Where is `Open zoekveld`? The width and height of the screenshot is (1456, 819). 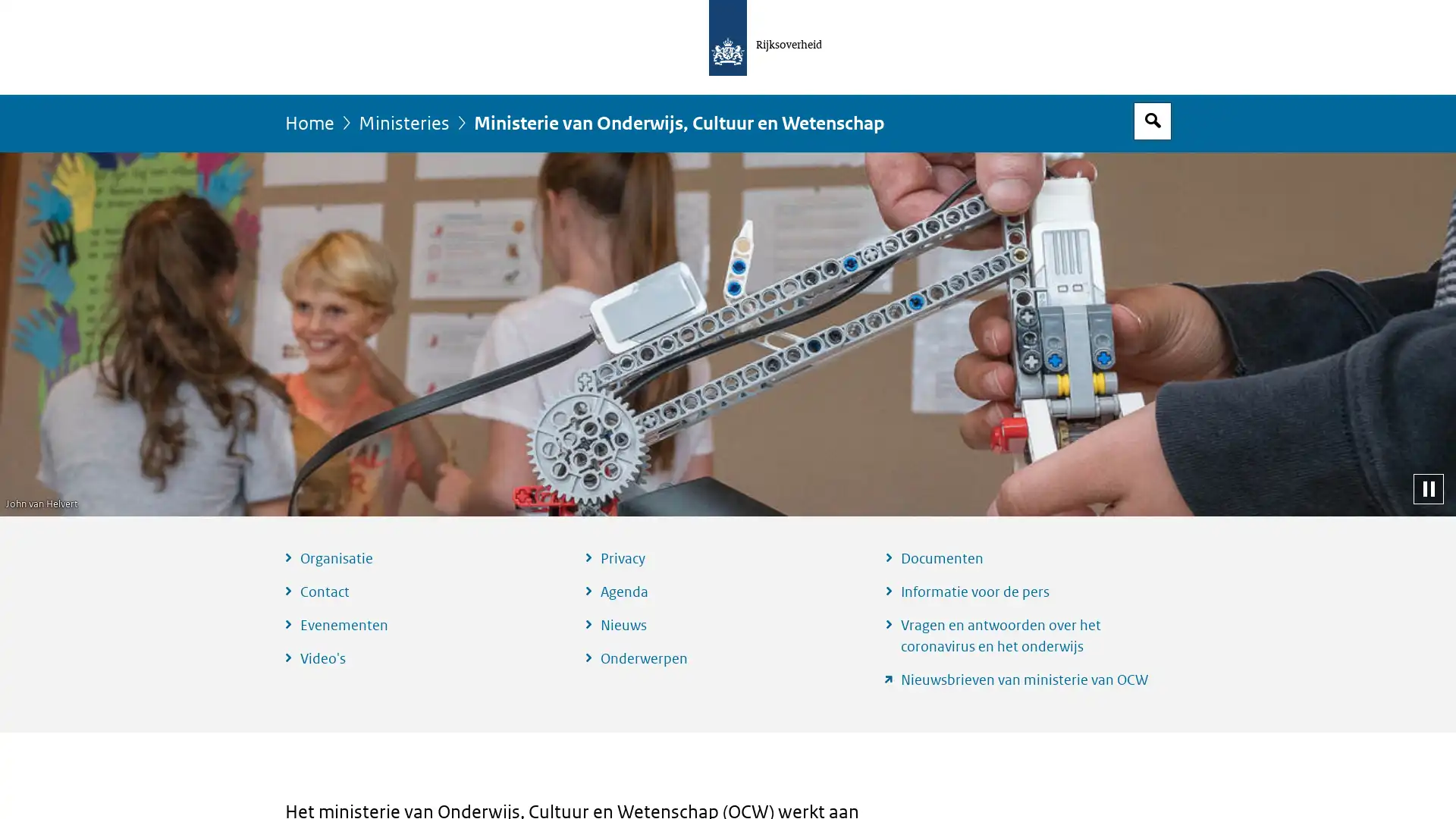 Open zoekveld is located at coordinates (1153, 120).